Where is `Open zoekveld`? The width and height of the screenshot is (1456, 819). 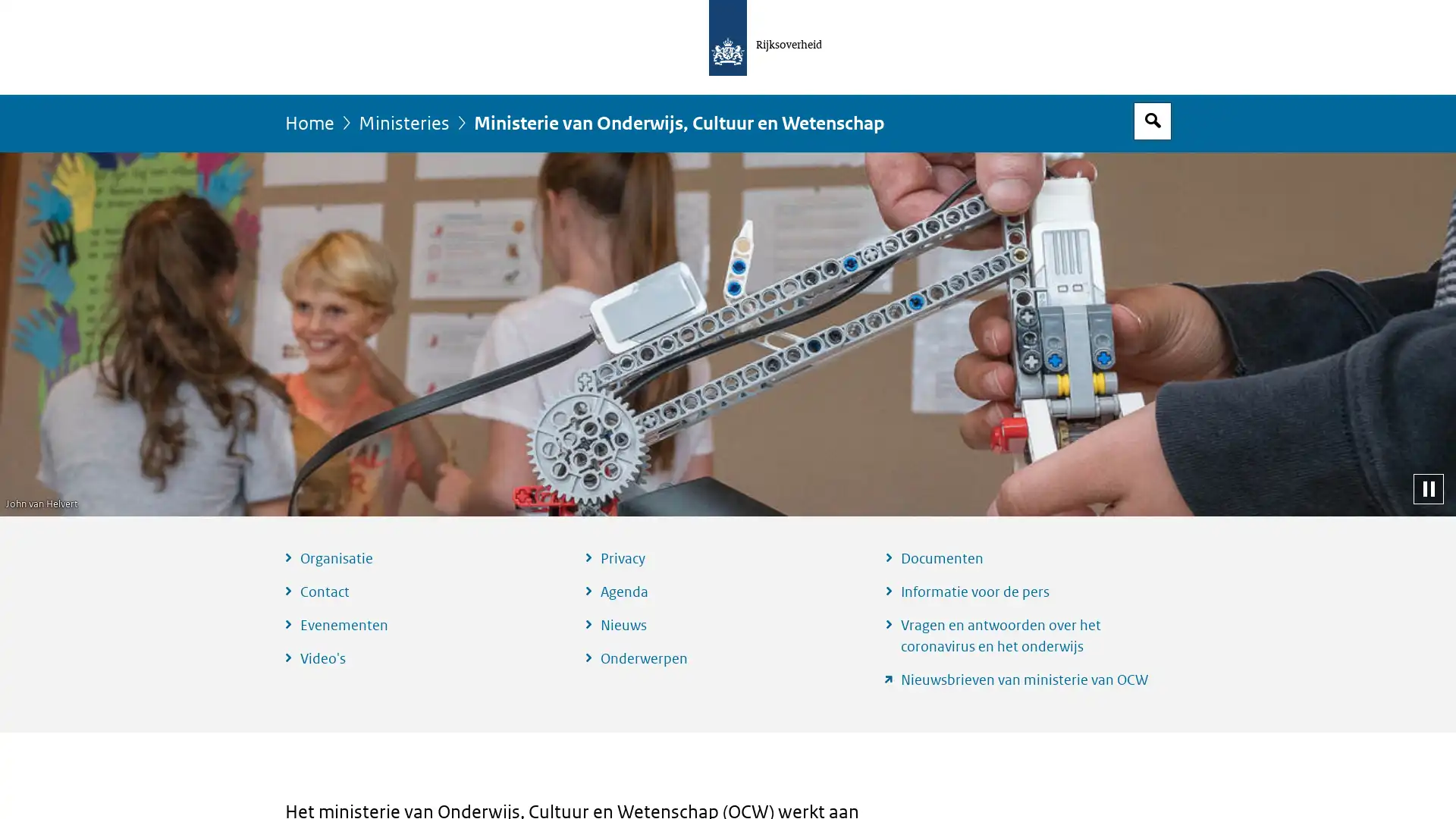 Open zoekveld is located at coordinates (1153, 120).